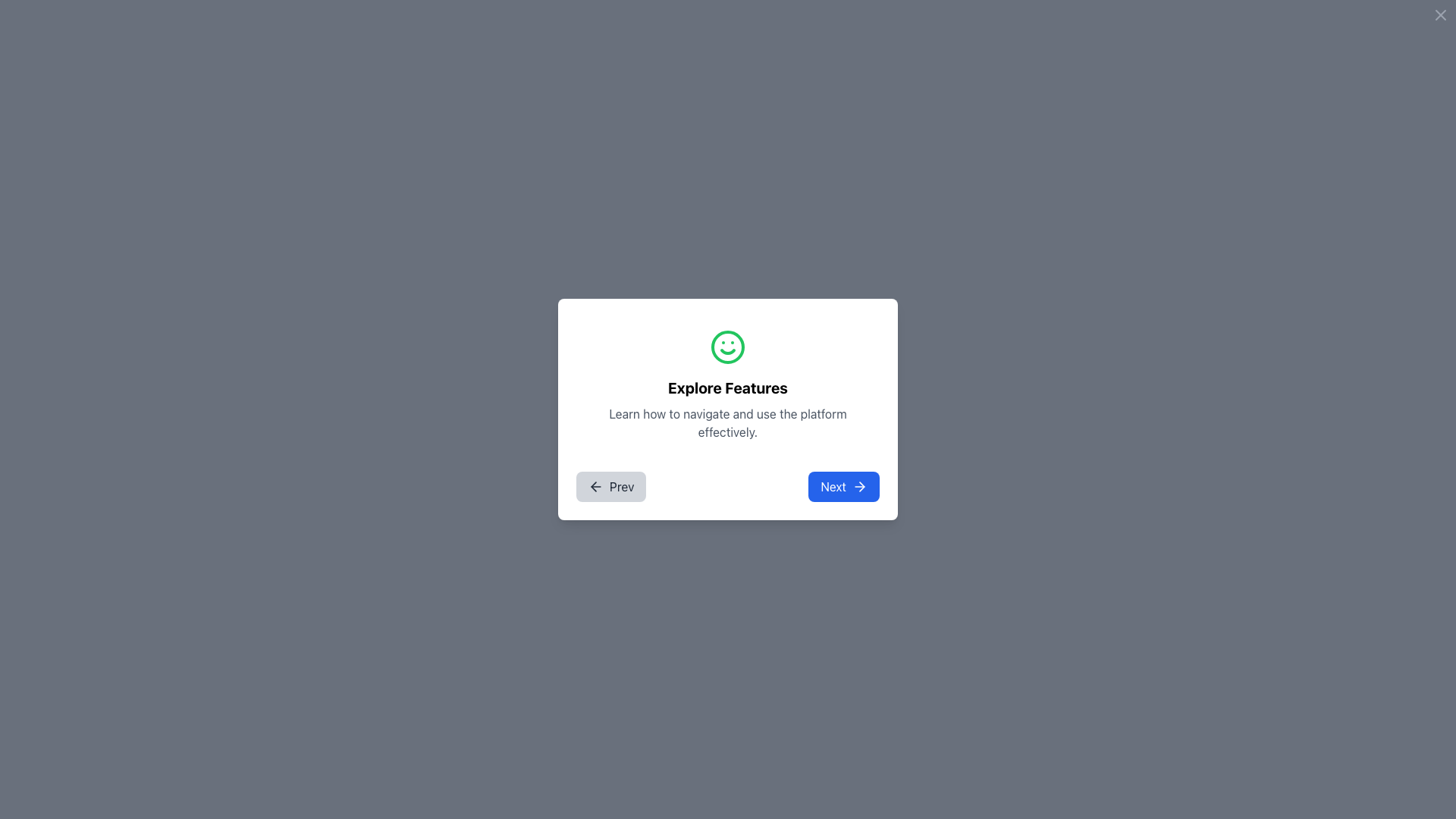 The height and width of the screenshot is (819, 1456). Describe the element at coordinates (843, 486) in the screenshot. I see `the 'Next' button, which is a horizontal rectangular button with rounded corners, blue background, and white text aligned with an arrow icon, located at the bottom right of the centered card` at that location.